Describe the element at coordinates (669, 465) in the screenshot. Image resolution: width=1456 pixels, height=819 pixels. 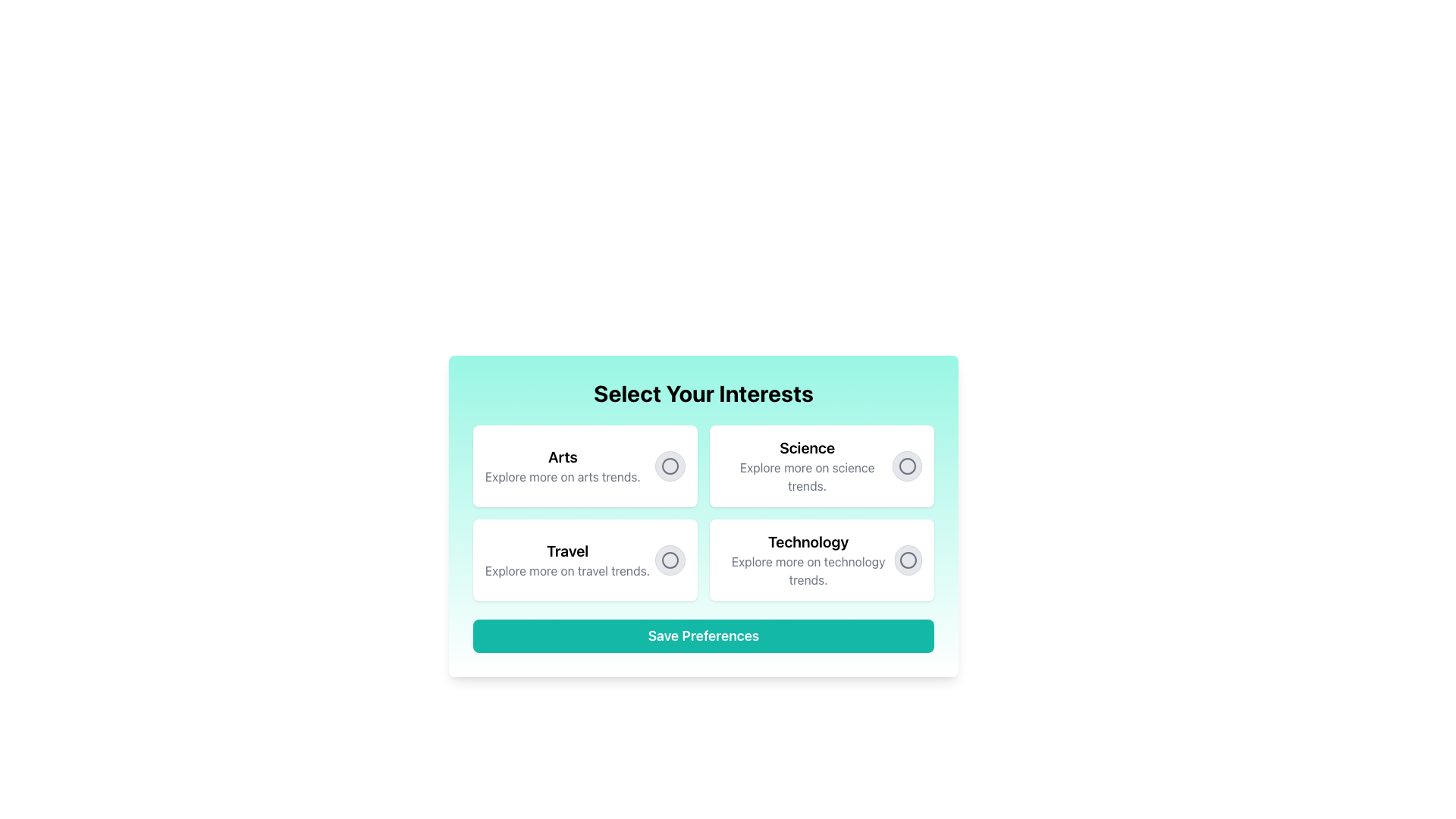
I see `the circular radio button located within the 'Arts' selection card` at that location.